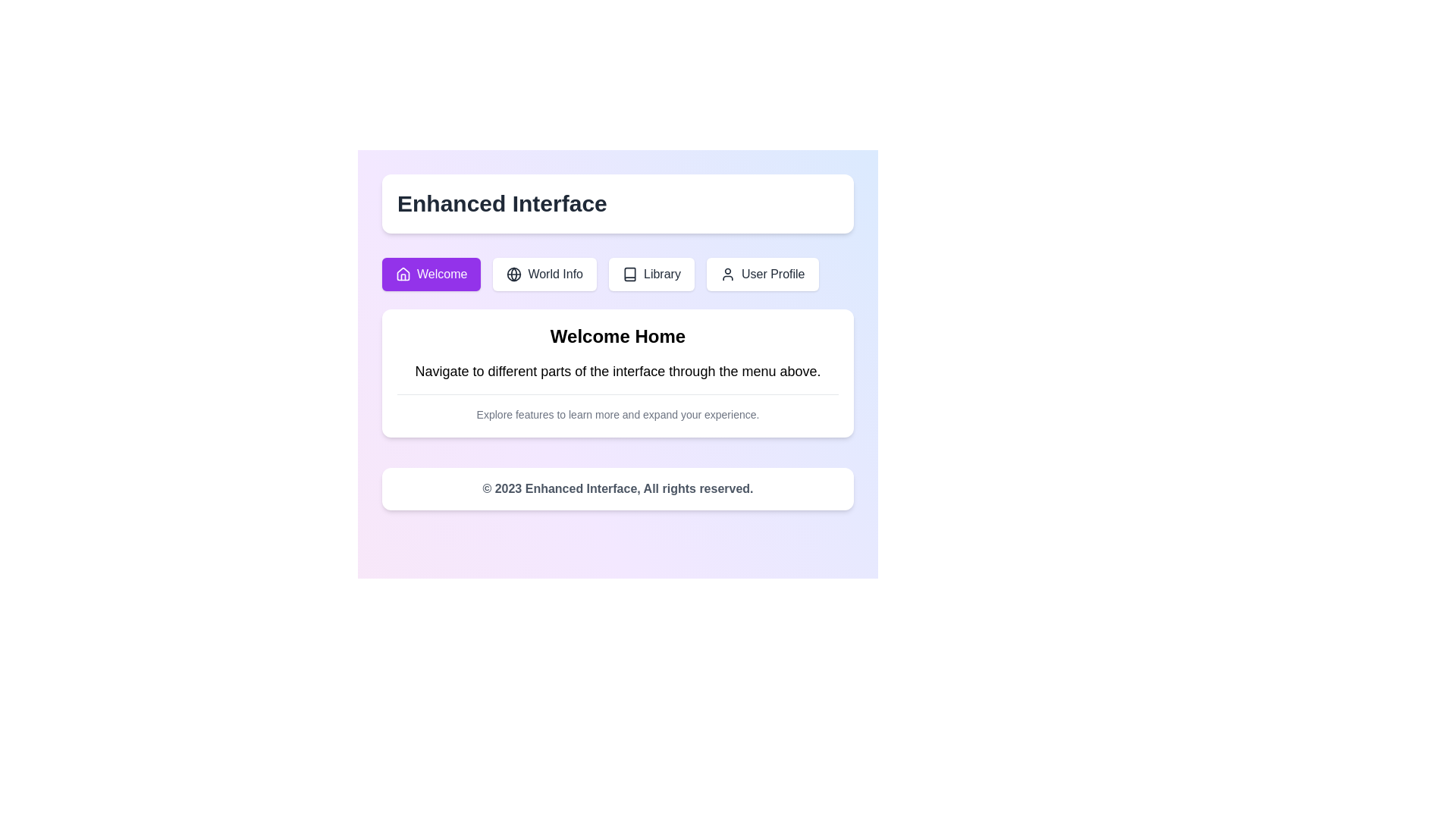 The image size is (1456, 819). What do you see at coordinates (651, 274) in the screenshot?
I see `the 'Library' button` at bounding box center [651, 274].